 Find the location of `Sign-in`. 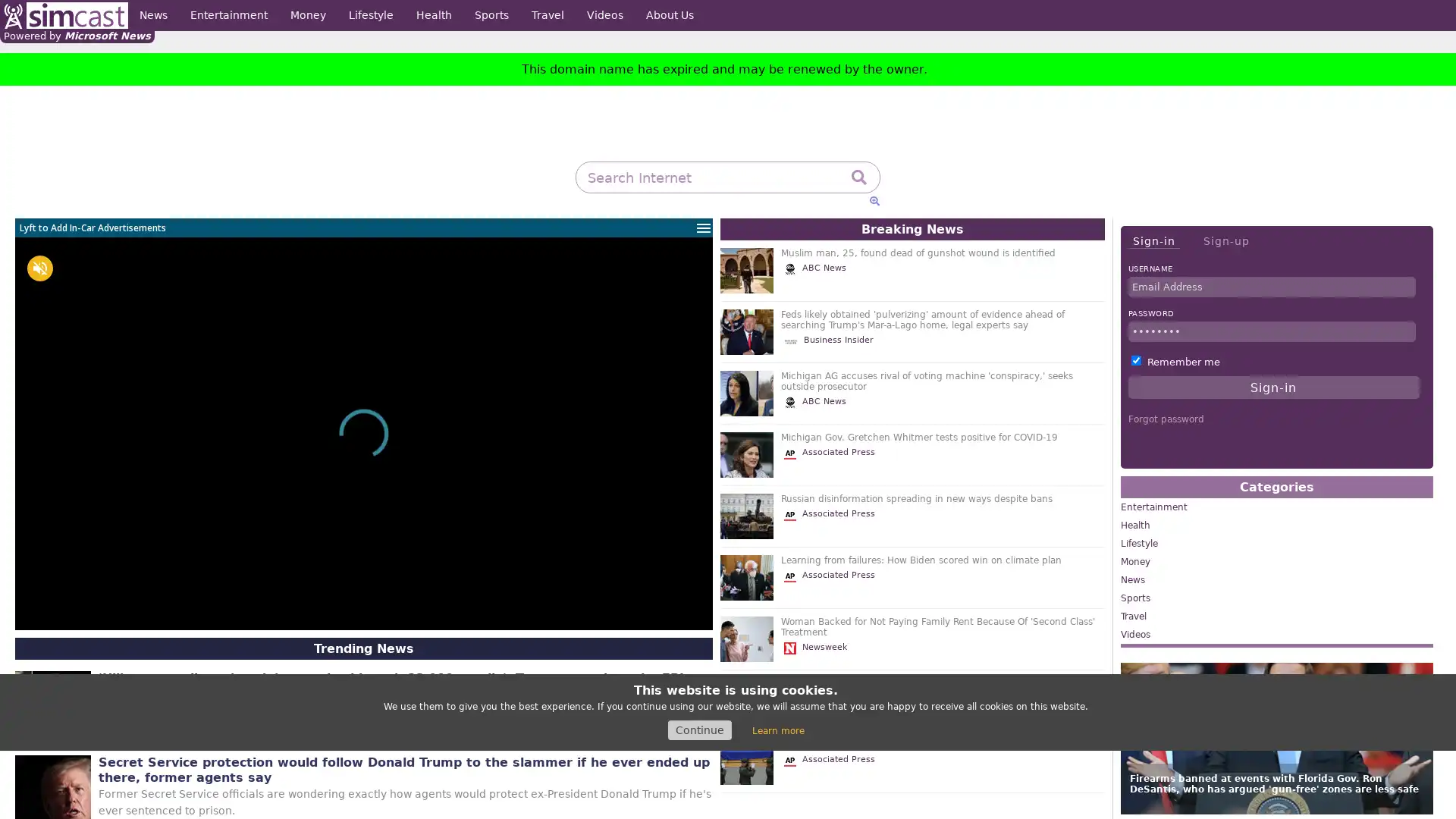

Sign-in is located at coordinates (1153, 240).